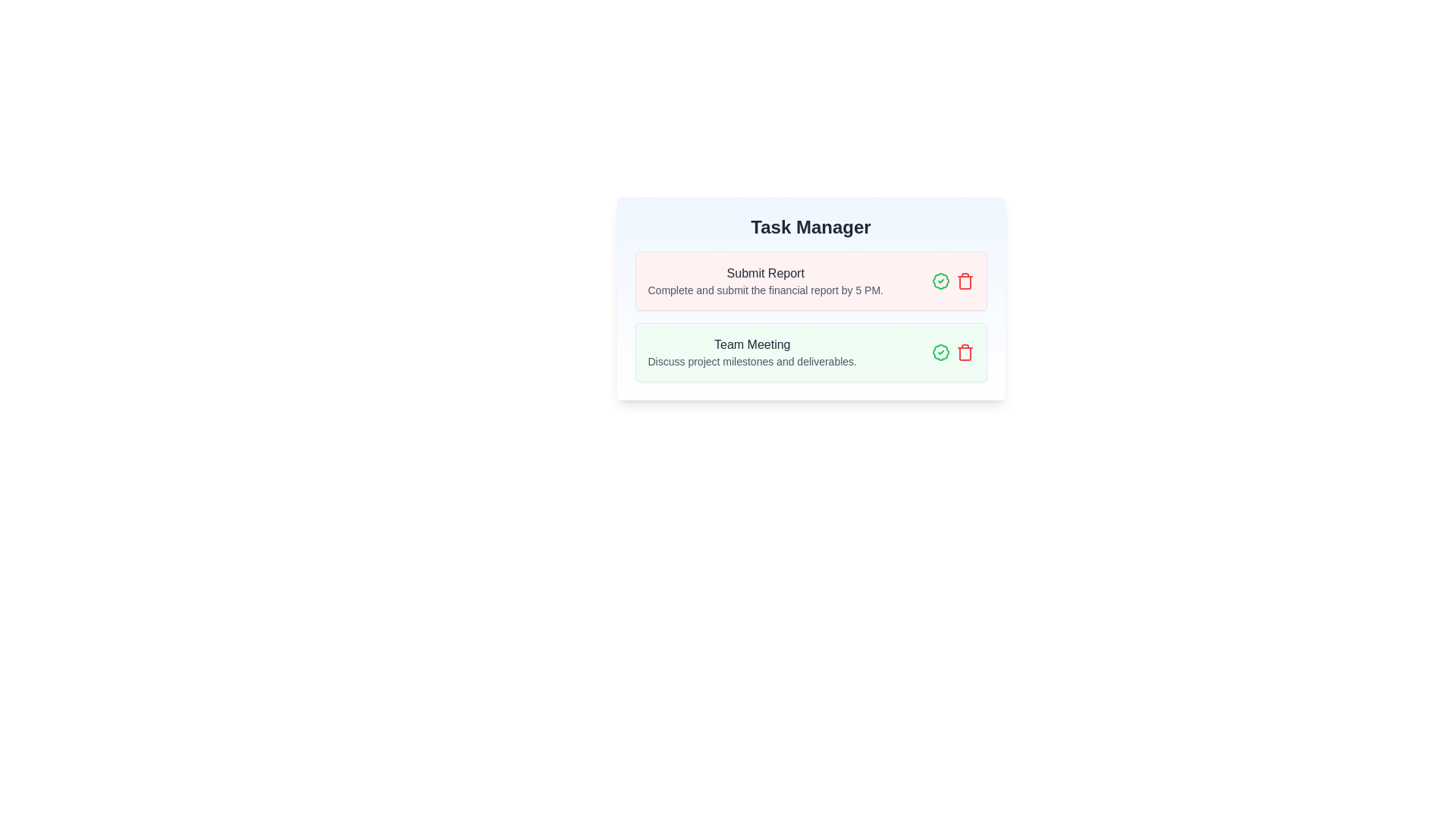 The height and width of the screenshot is (819, 1456). Describe the element at coordinates (810, 227) in the screenshot. I see `text of the Text Header element, which serves as the title for the task management interface located at the top center of the card component` at that location.